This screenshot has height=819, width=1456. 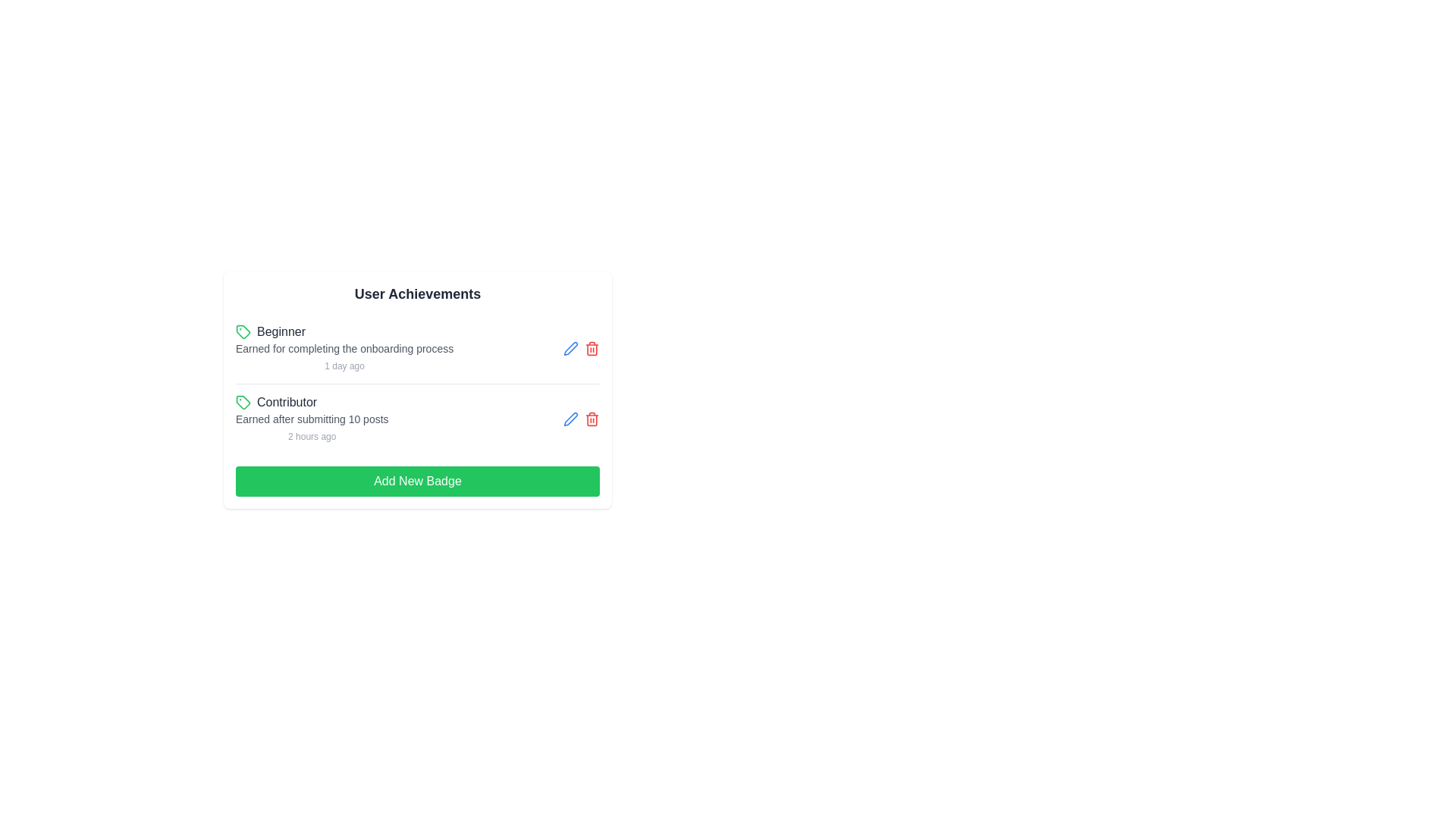 What do you see at coordinates (591, 348) in the screenshot?
I see `the delete button located to the far right of the action icons for the row entry labeled 'Contributor'` at bounding box center [591, 348].